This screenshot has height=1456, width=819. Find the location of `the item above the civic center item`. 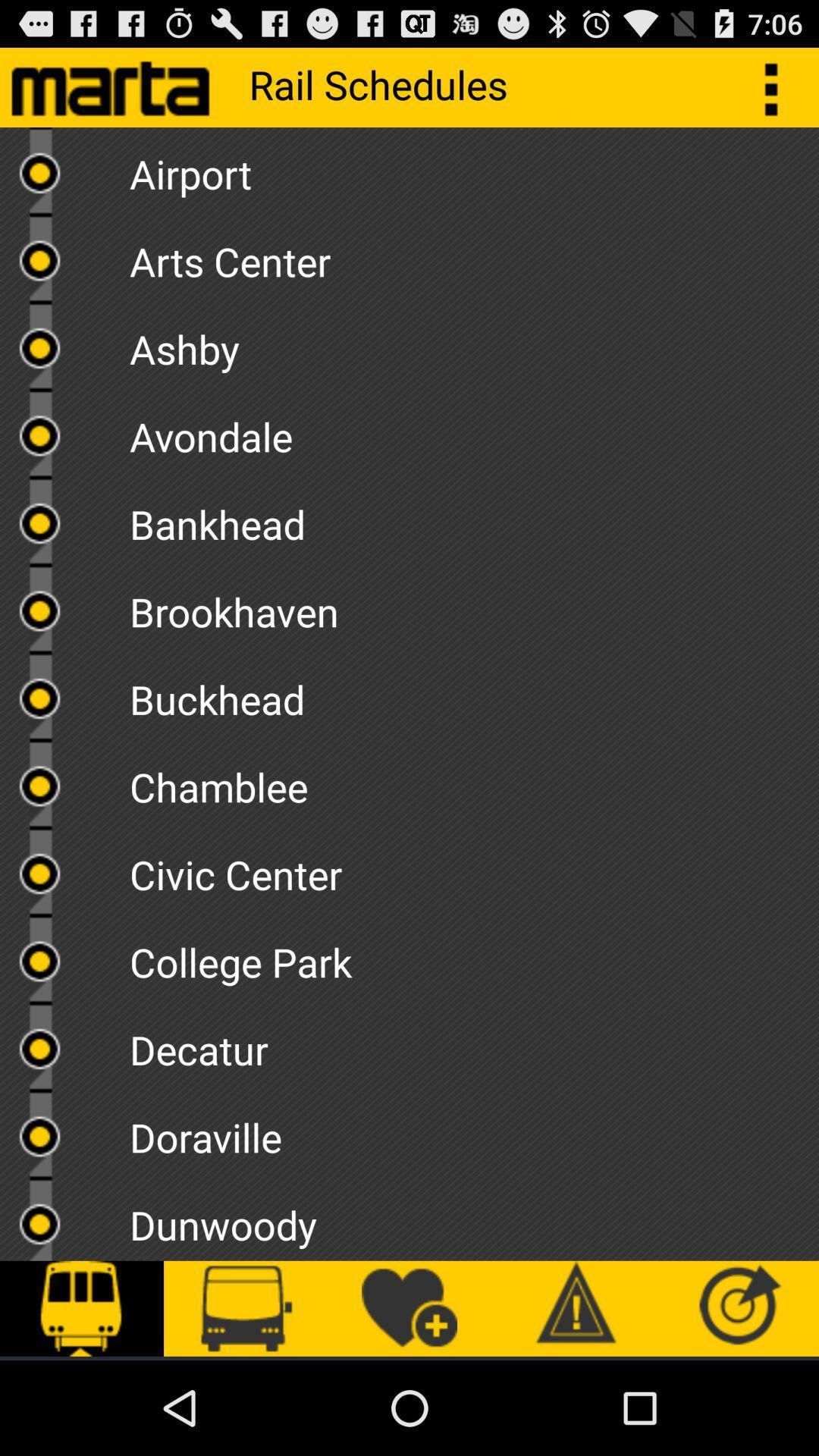

the item above the civic center item is located at coordinates (473, 782).